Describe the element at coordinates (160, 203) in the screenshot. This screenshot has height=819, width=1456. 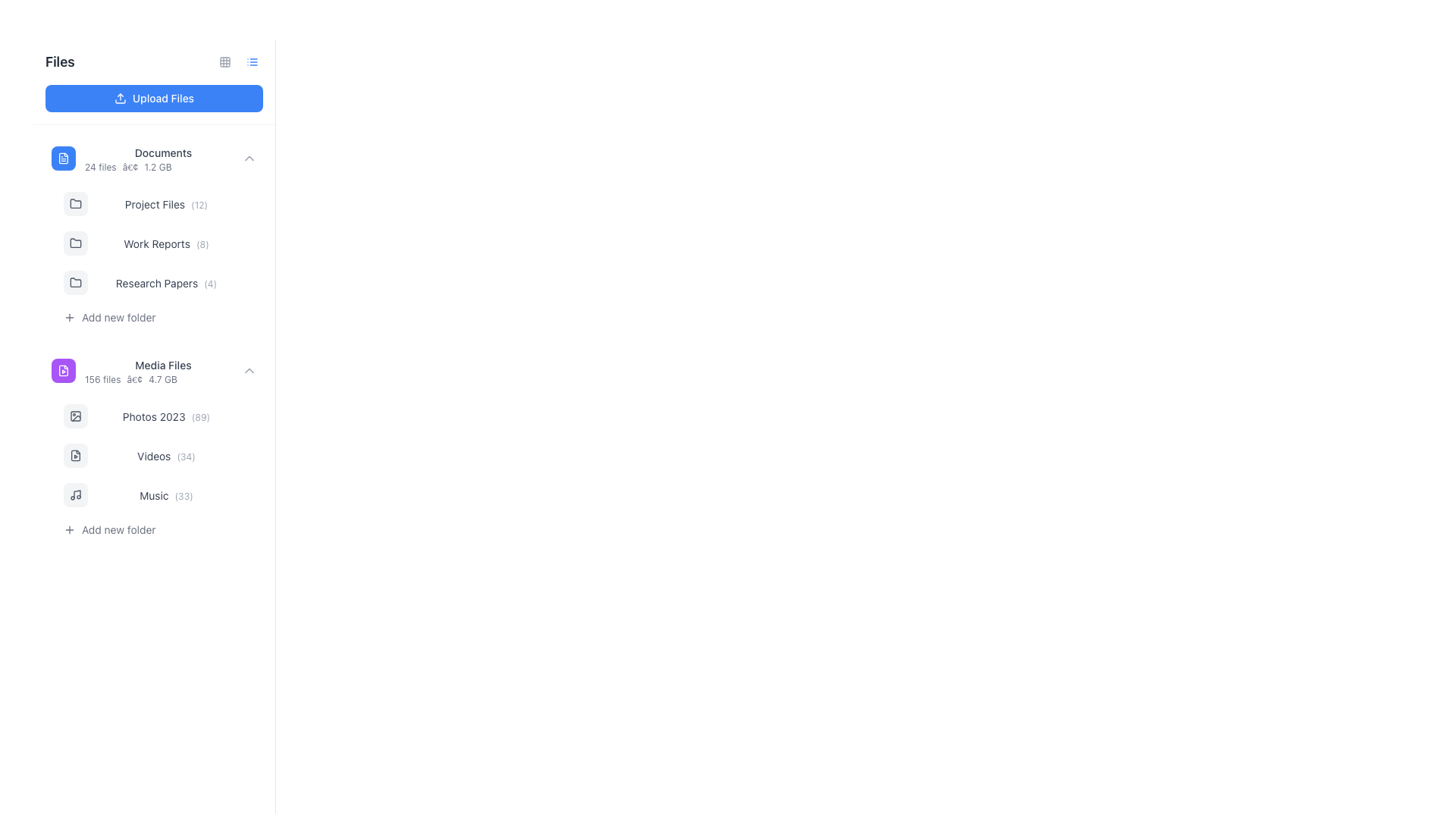
I see `the 'Project Files (12)' folder entry in the side navigation panel` at that location.